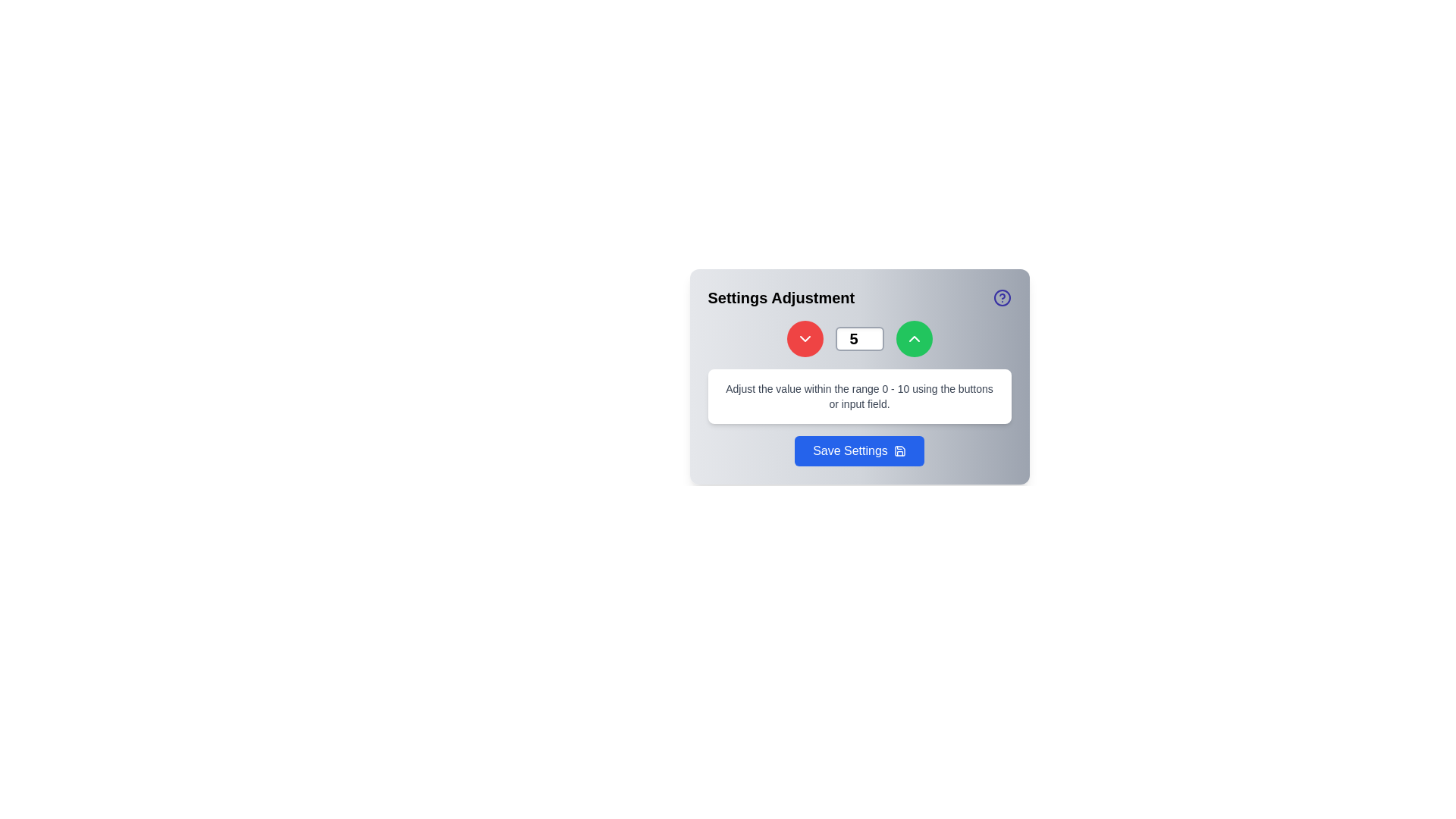 This screenshot has height=819, width=1456. Describe the element at coordinates (859, 450) in the screenshot. I see `the save settings button located at the bottom of the settings adjustment card to observe the hover effects` at that location.